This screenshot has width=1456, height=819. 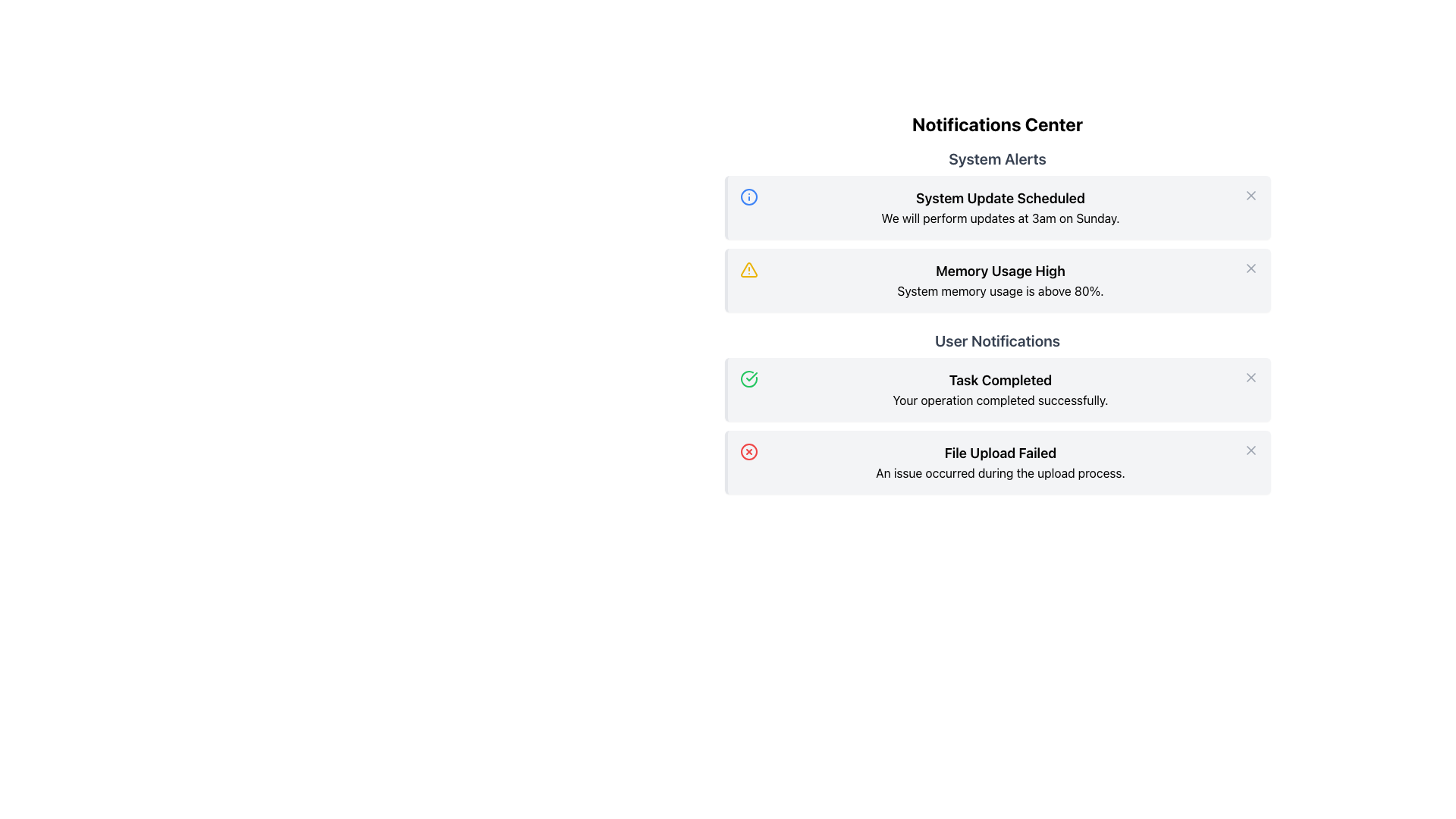 What do you see at coordinates (997, 426) in the screenshot?
I see `the notifications in the Informational Notification Group, which consists of two stacked notifications titled 'Task Completed' and 'File Upload Failed'` at bounding box center [997, 426].